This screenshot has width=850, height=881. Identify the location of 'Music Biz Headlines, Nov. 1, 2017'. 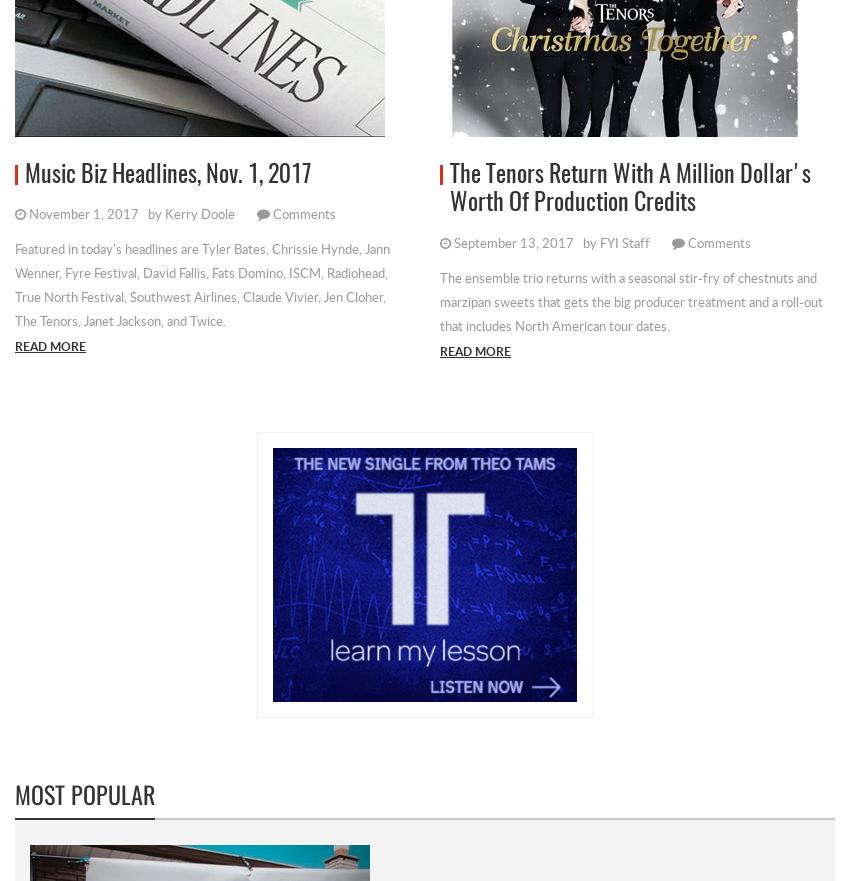
(167, 174).